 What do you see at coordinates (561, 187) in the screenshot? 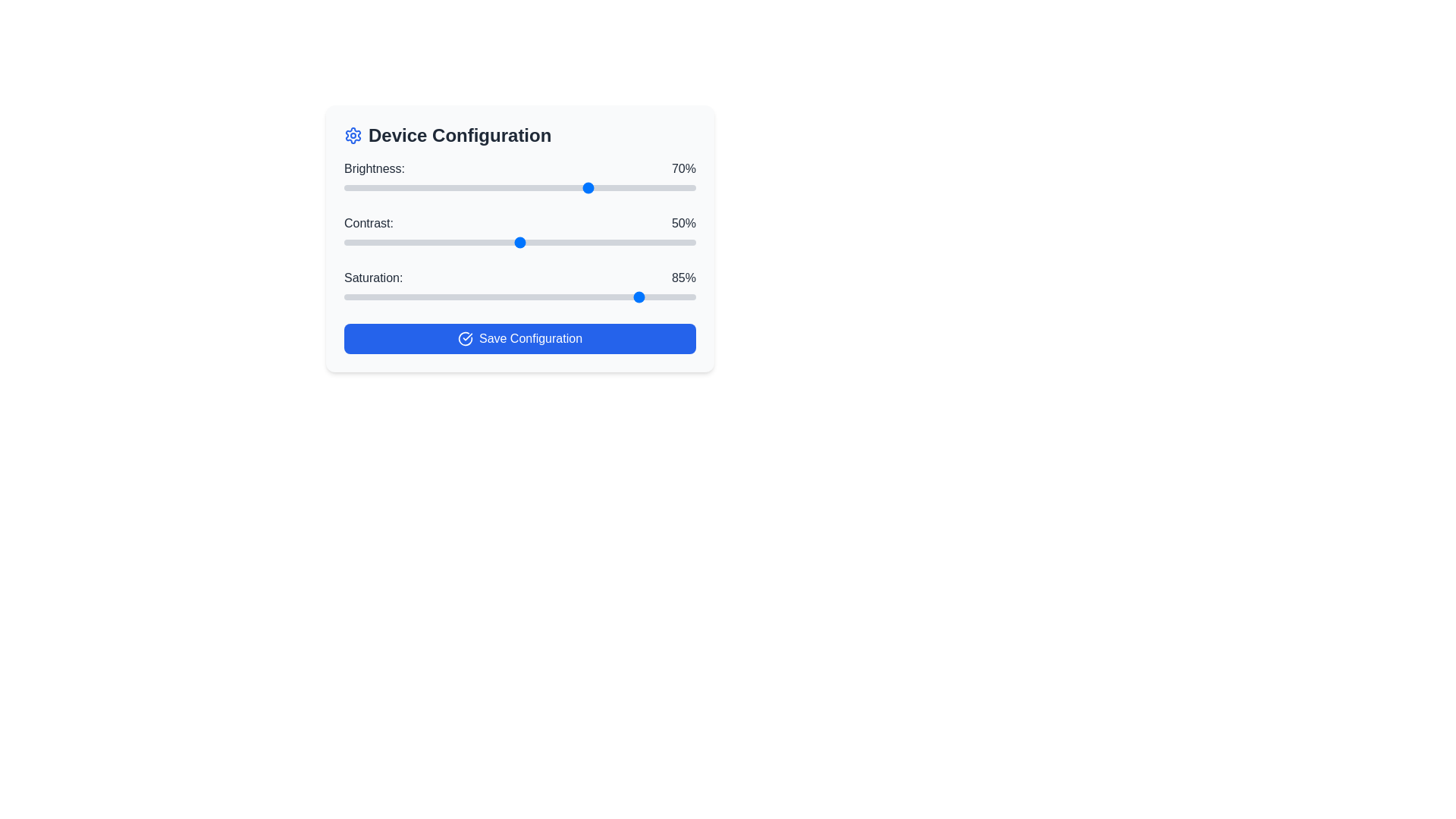
I see `brightness` at bounding box center [561, 187].